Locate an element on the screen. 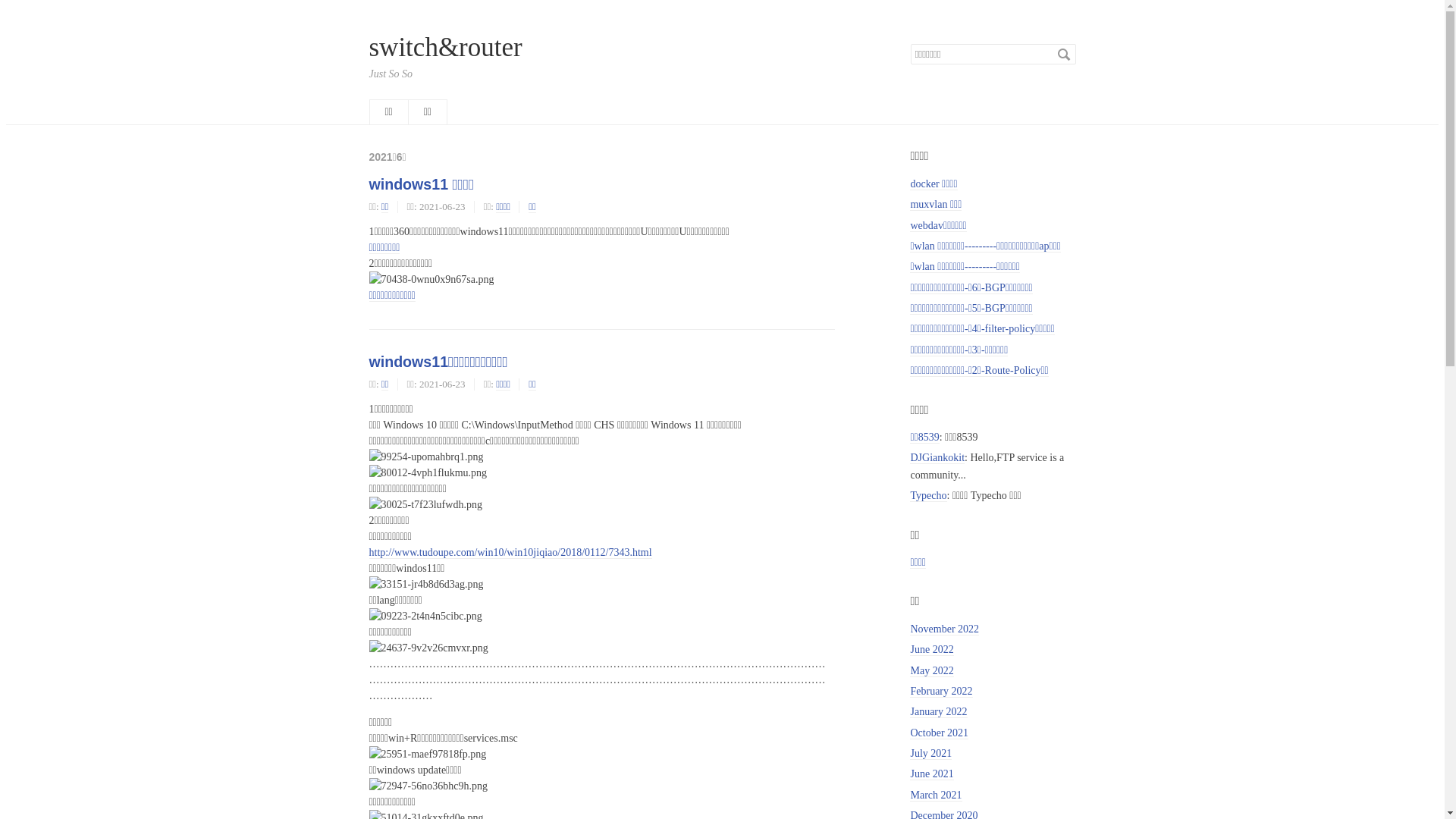 This screenshot has height=819, width=1456. '25951-maef97818fp.png' is located at coordinates (426, 754).